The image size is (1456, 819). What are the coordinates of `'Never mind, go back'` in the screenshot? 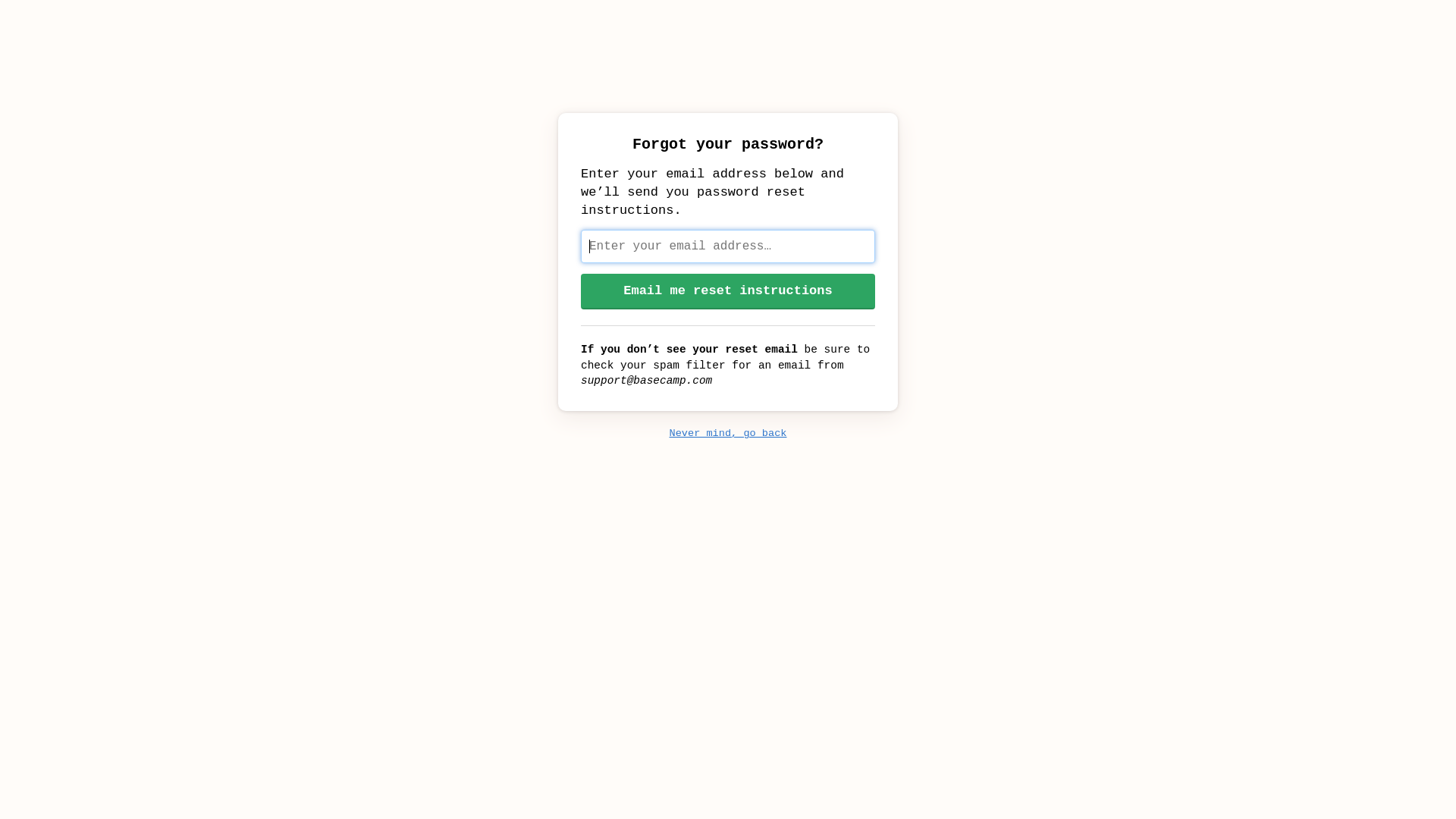 It's located at (726, 433).